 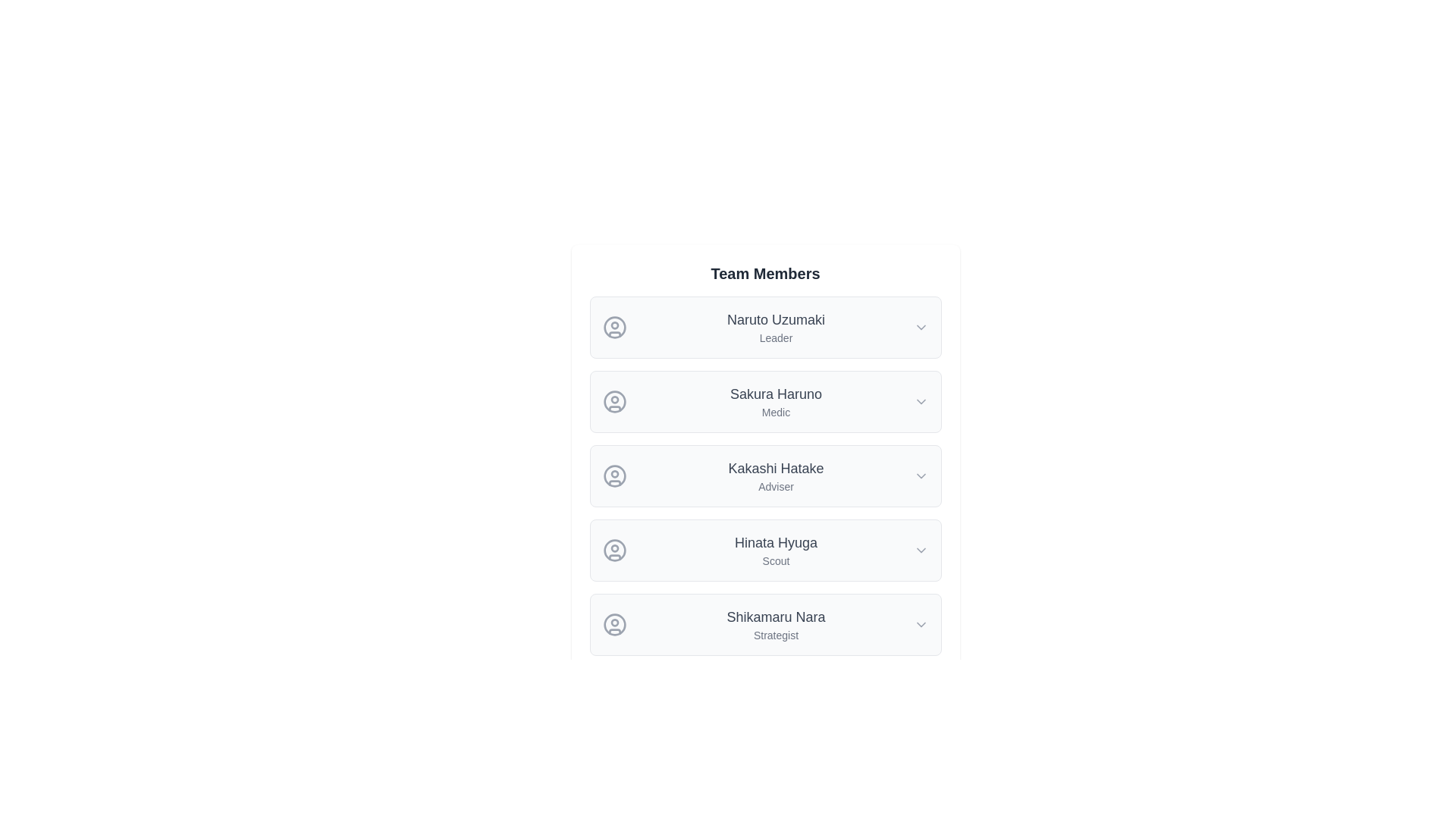 I want to click on the text label displaying 'Medic' that is visually distinct and located below 'Sakura Haruno' in the team member entry, so click(x=776, y=412).